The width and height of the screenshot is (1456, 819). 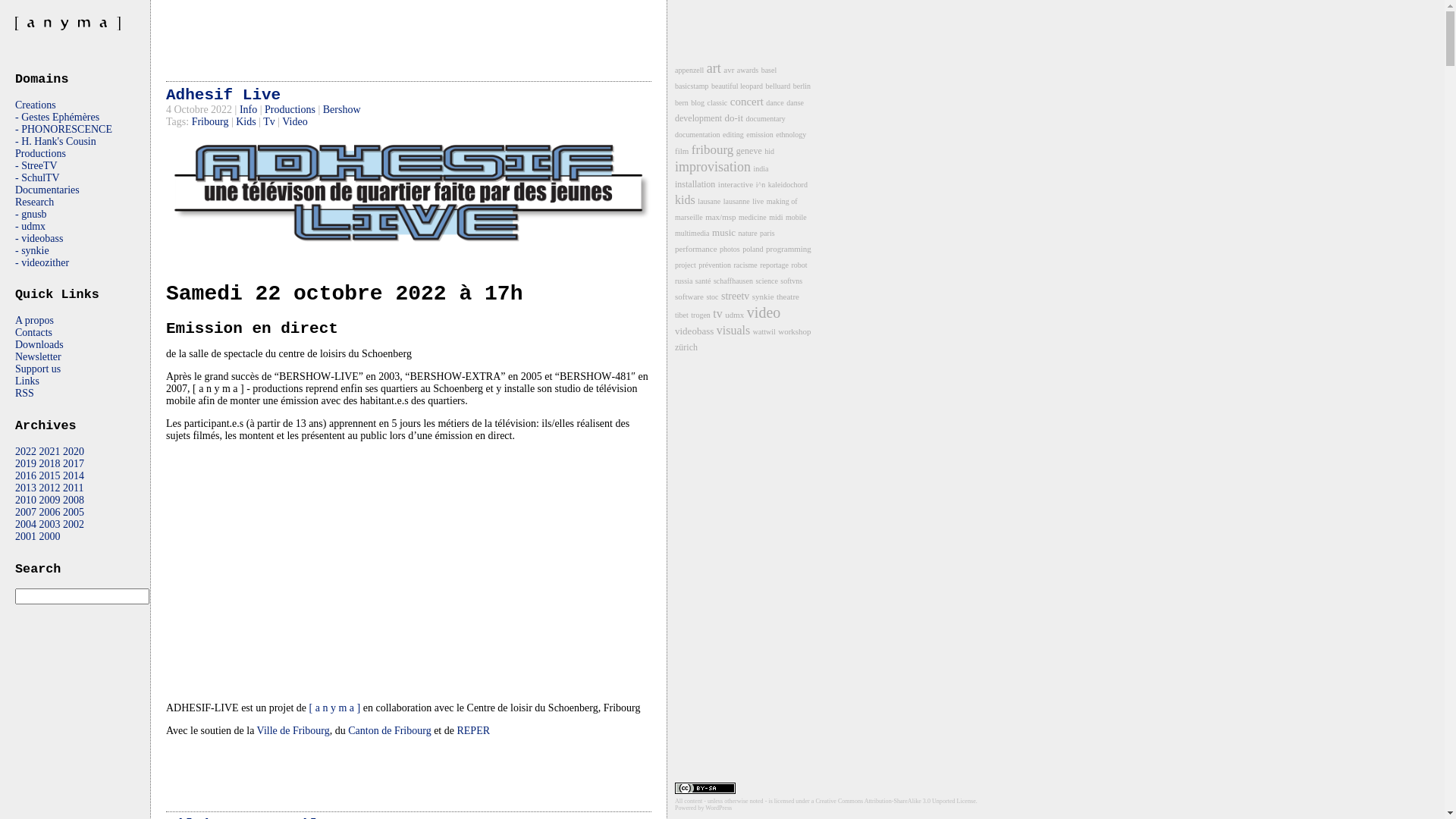 I want to click on '2011', so click(x=61, y=488).